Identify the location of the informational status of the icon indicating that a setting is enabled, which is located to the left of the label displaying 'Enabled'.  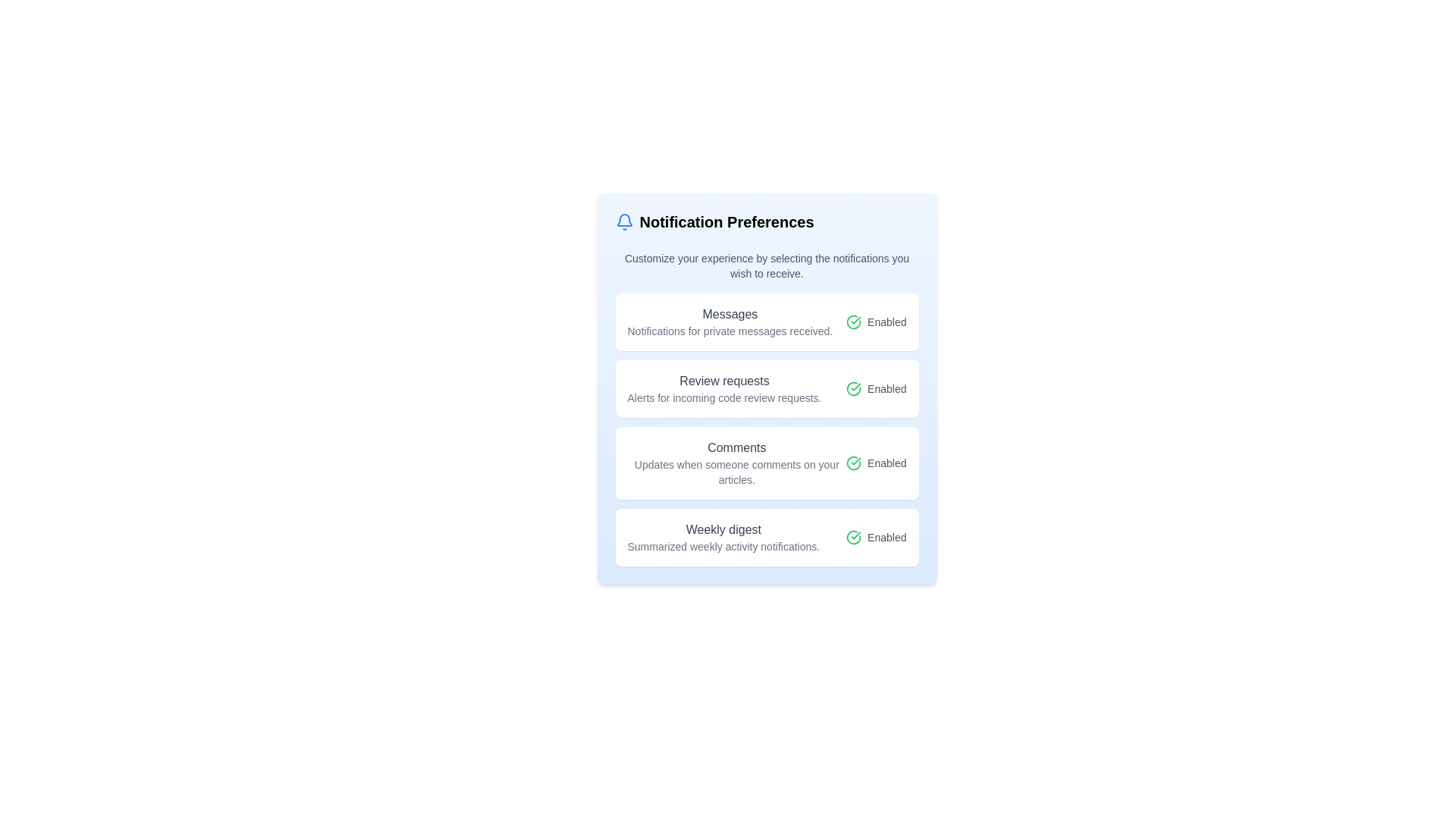
(854, 537).